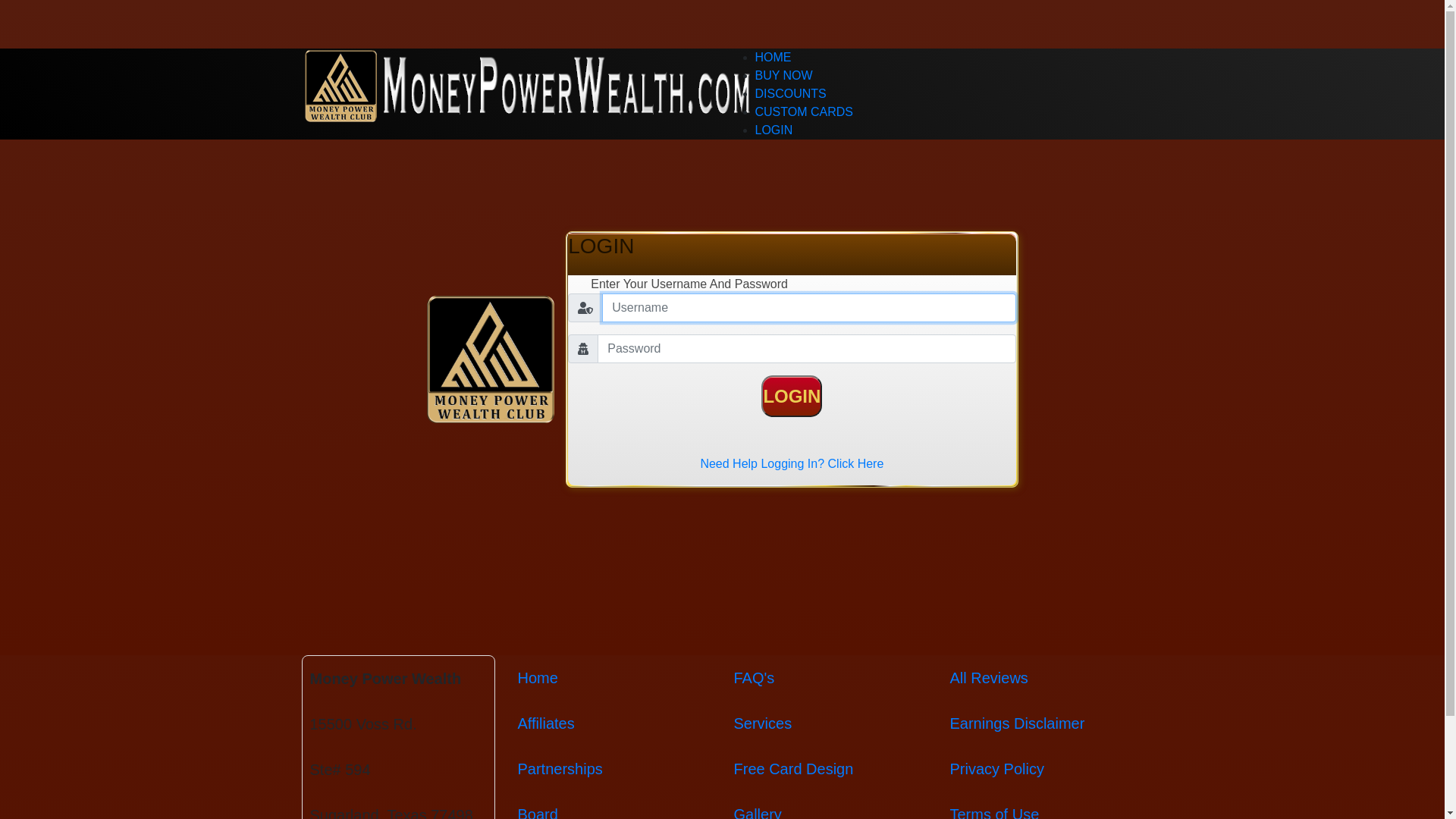 This screenshot has width=1456, height=819. I want to click on 'FAQ's', so click(754, 677).